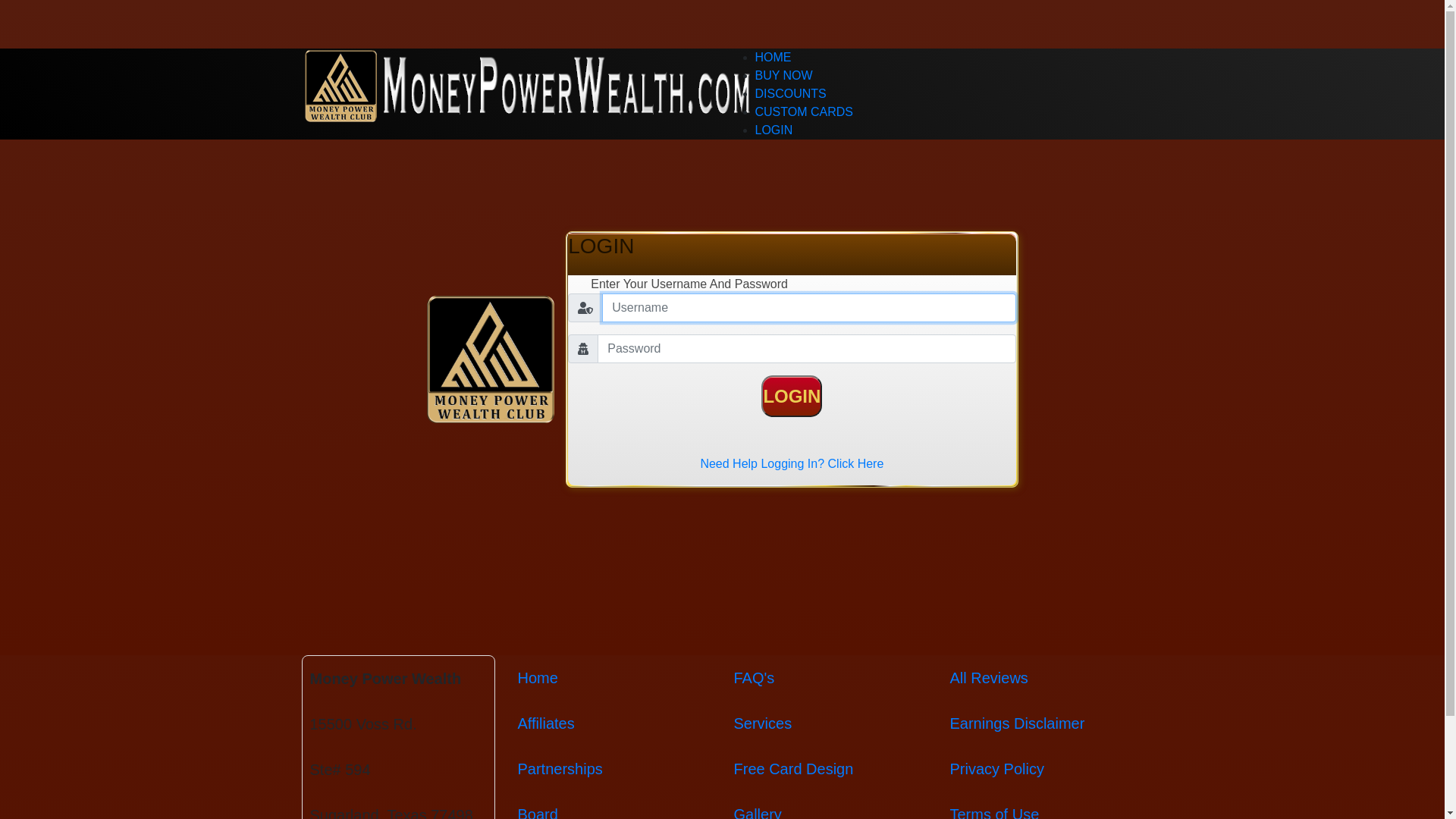 This screenshot has width=1456, height=819. I want to click on 'FAQ's', so click(754, 677).